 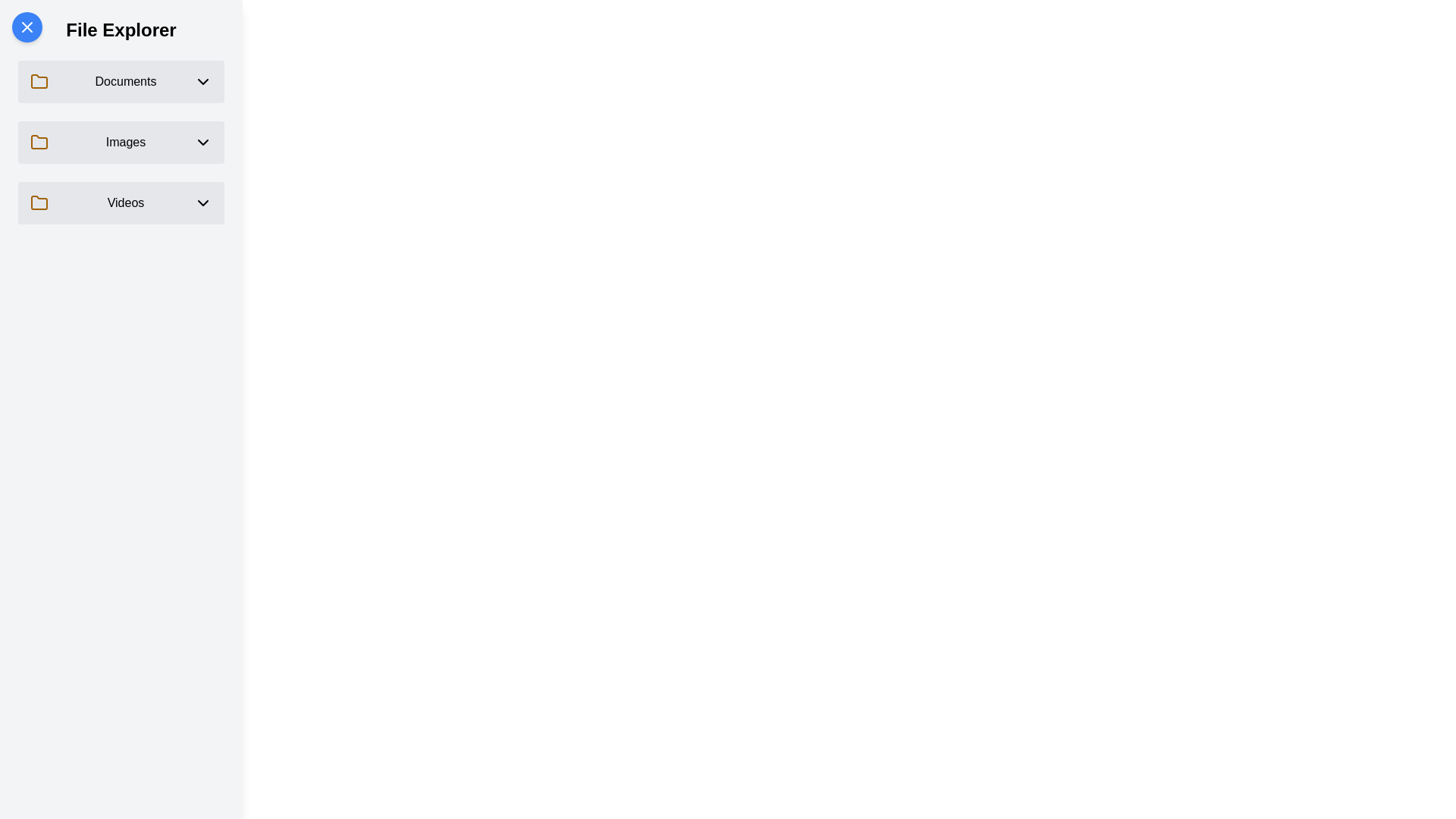 What do you see at coordinates (39, 202) in the screenshot?
I see `the folder icon, which is the third icon in the sidebar menu of the file explorer, located adjacent to the 'Videos' label` at bounding box center [39, 202].